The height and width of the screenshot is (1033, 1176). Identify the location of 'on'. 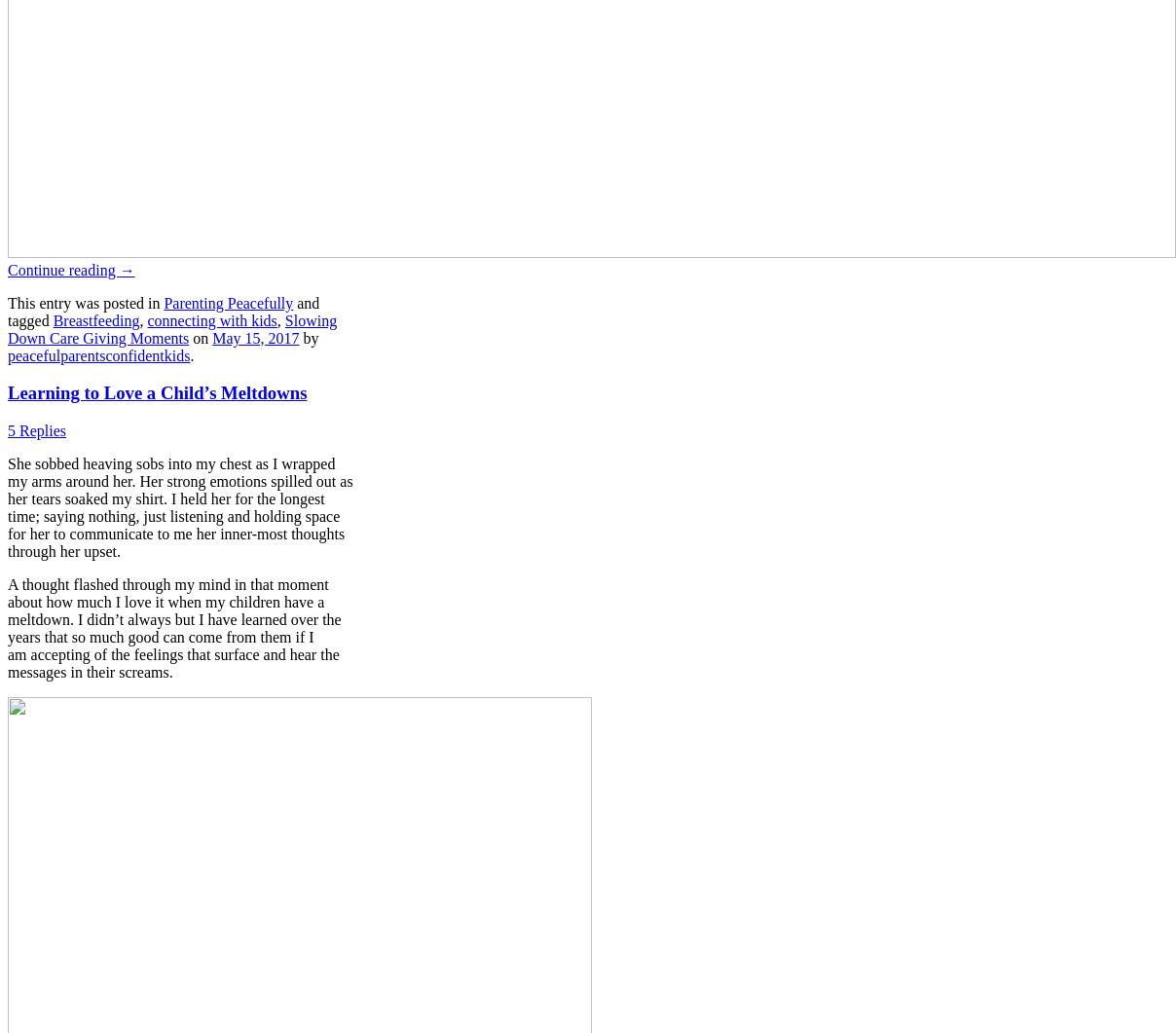
(189, 336).